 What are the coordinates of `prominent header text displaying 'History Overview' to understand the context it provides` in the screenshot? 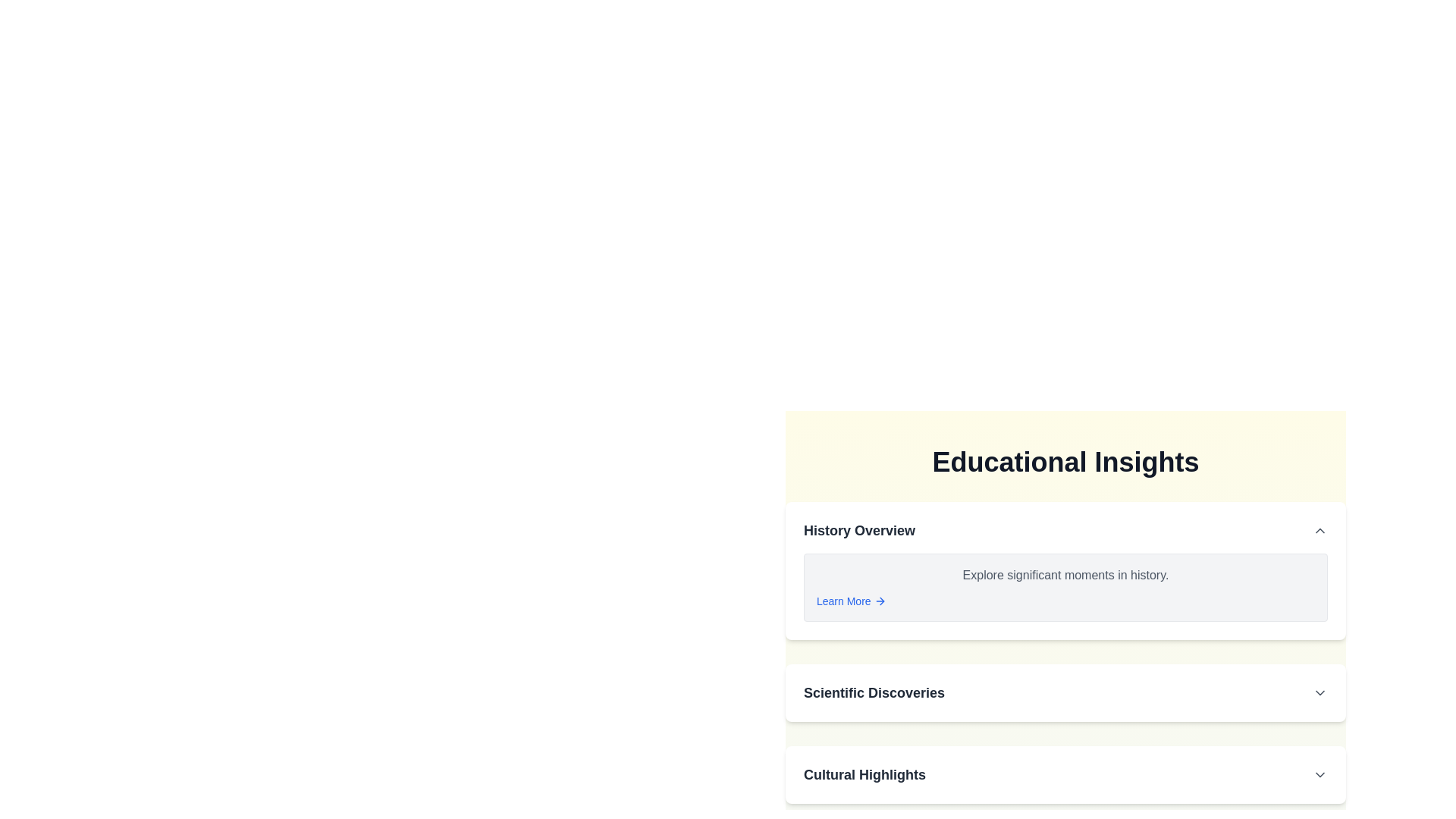 It's located at (859, 529).